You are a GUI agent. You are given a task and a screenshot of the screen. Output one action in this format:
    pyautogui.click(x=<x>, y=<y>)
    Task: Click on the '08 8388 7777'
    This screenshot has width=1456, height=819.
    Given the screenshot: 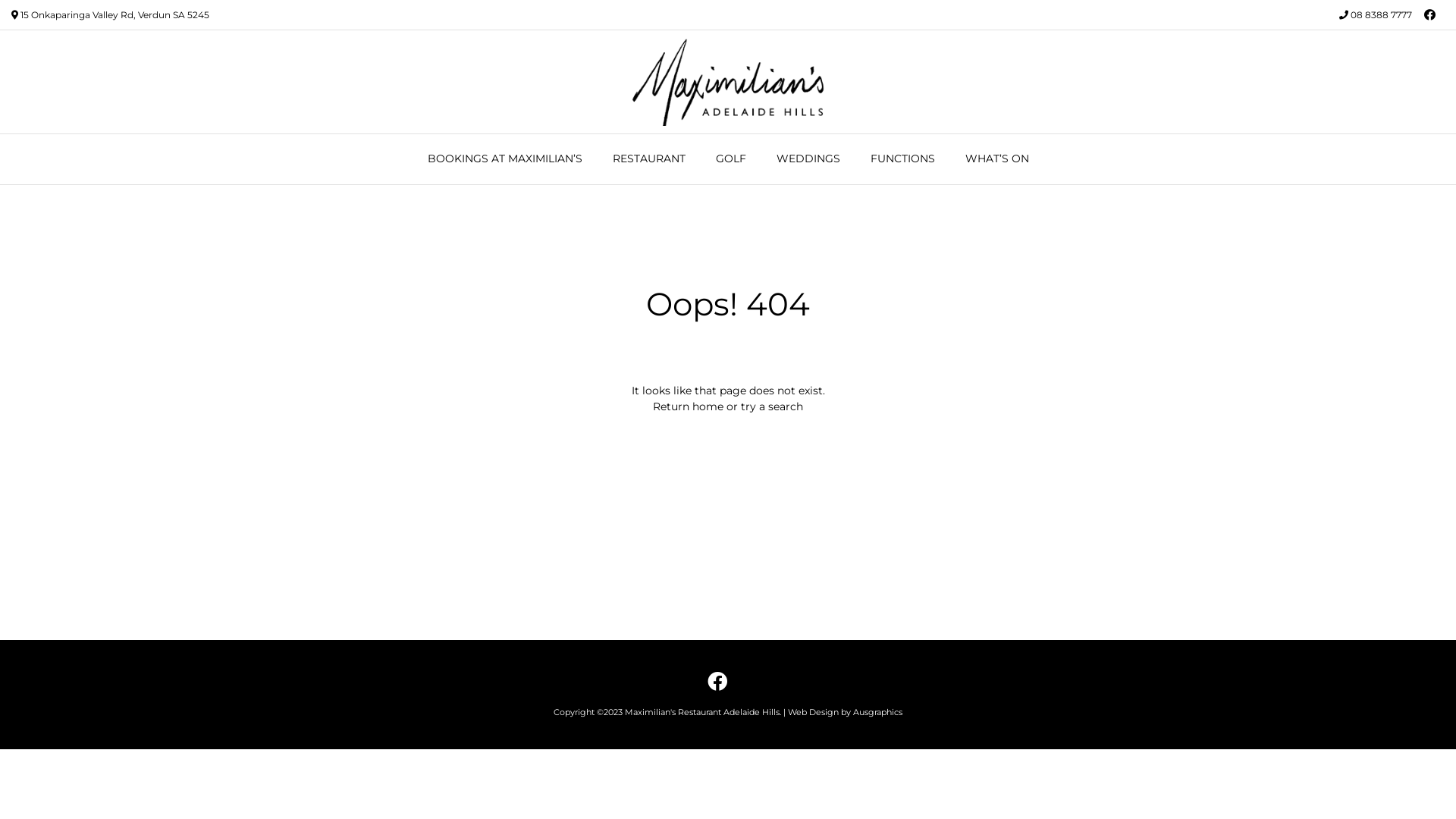 What is the action you would take?
    pyautogui.click(x=1350, y=14)
    